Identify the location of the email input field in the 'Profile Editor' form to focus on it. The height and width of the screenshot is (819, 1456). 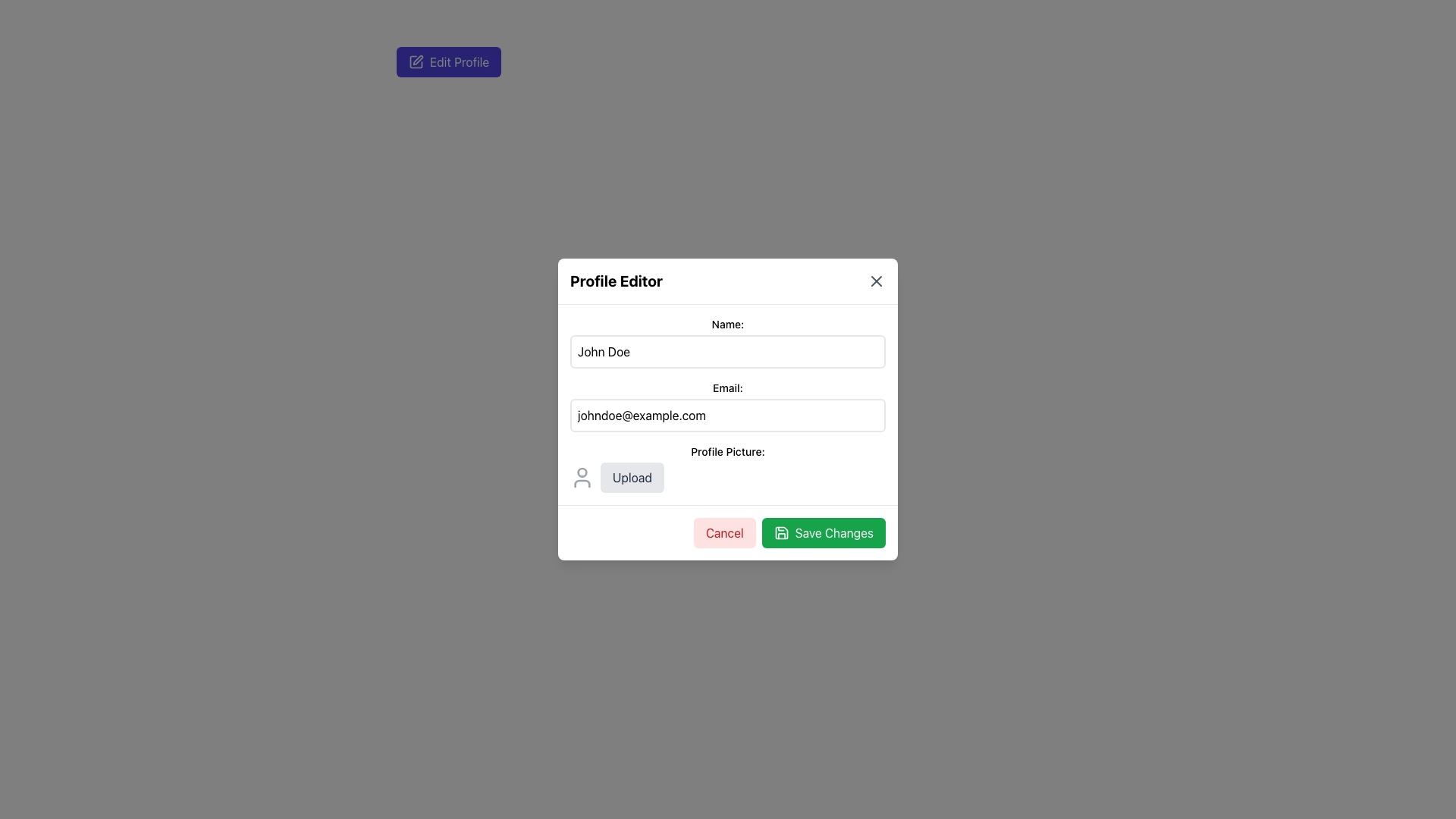
(728, 406).